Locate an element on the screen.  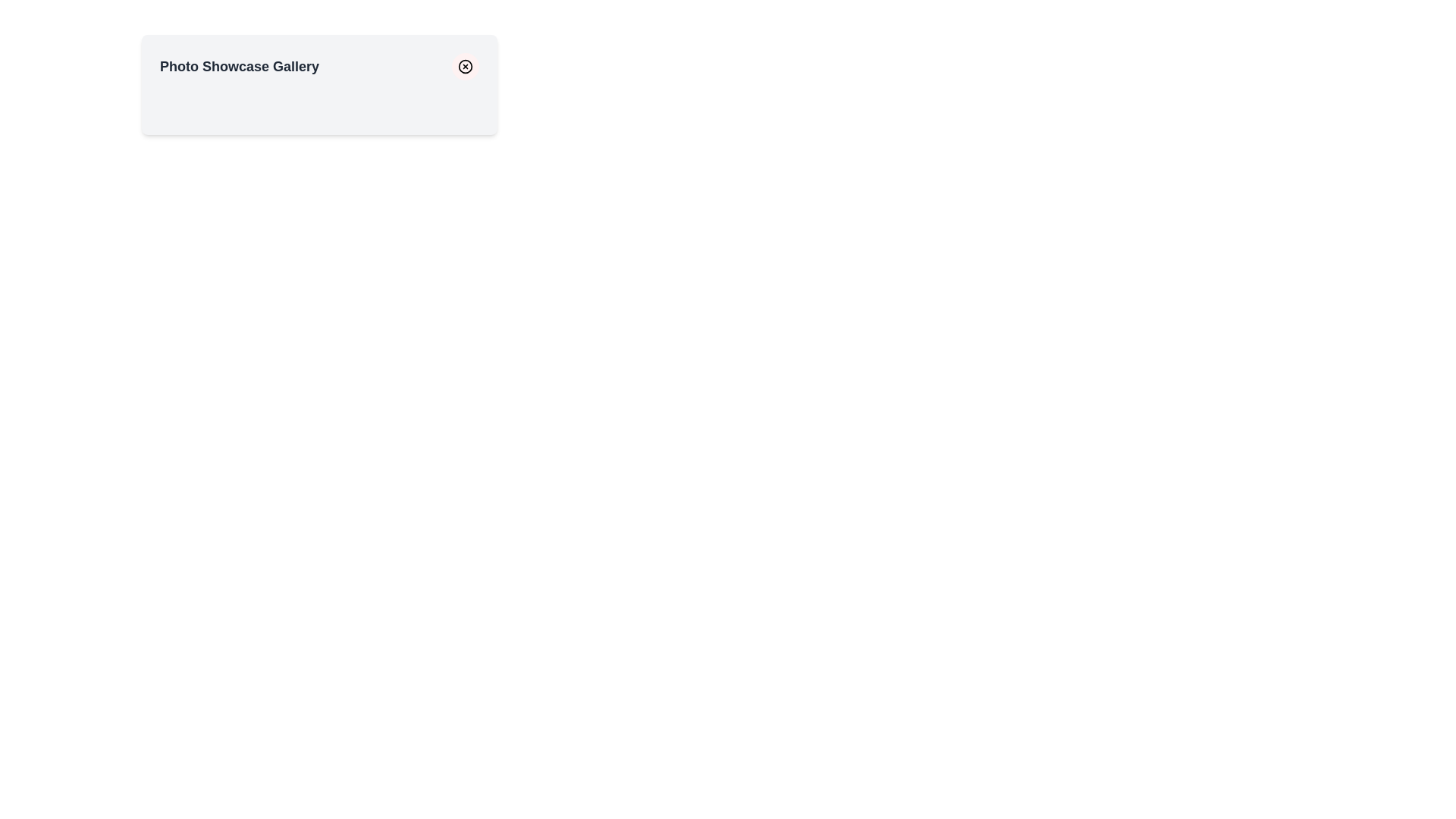
an individual image in the grid layout of the 'Photo Showcase Gallery' for a detailed view is located at coordinates (318, 104).